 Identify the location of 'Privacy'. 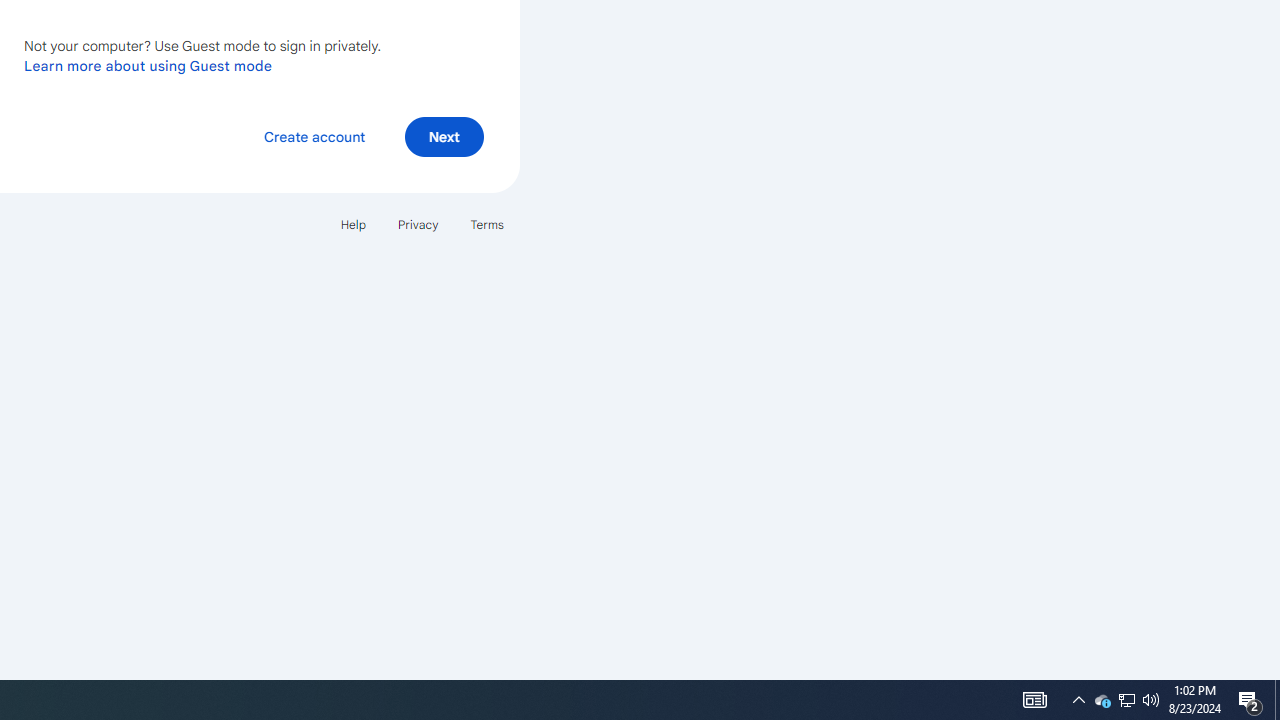
(416, 224).